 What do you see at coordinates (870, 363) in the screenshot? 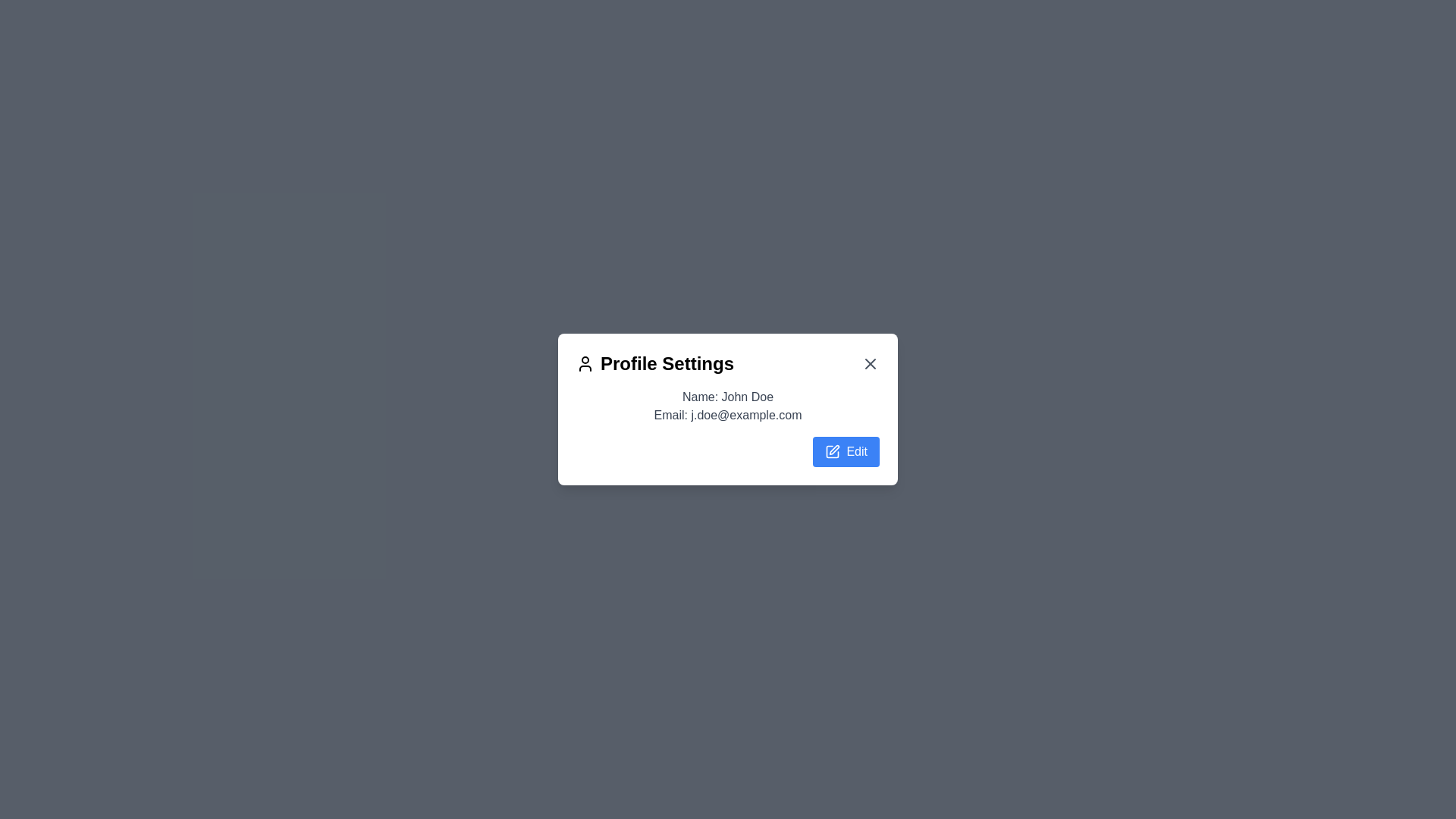
I see `the close icon (X) located at the top-right corner of the 'Profile Settings' modal dialog` at bounding box center [870, 363].